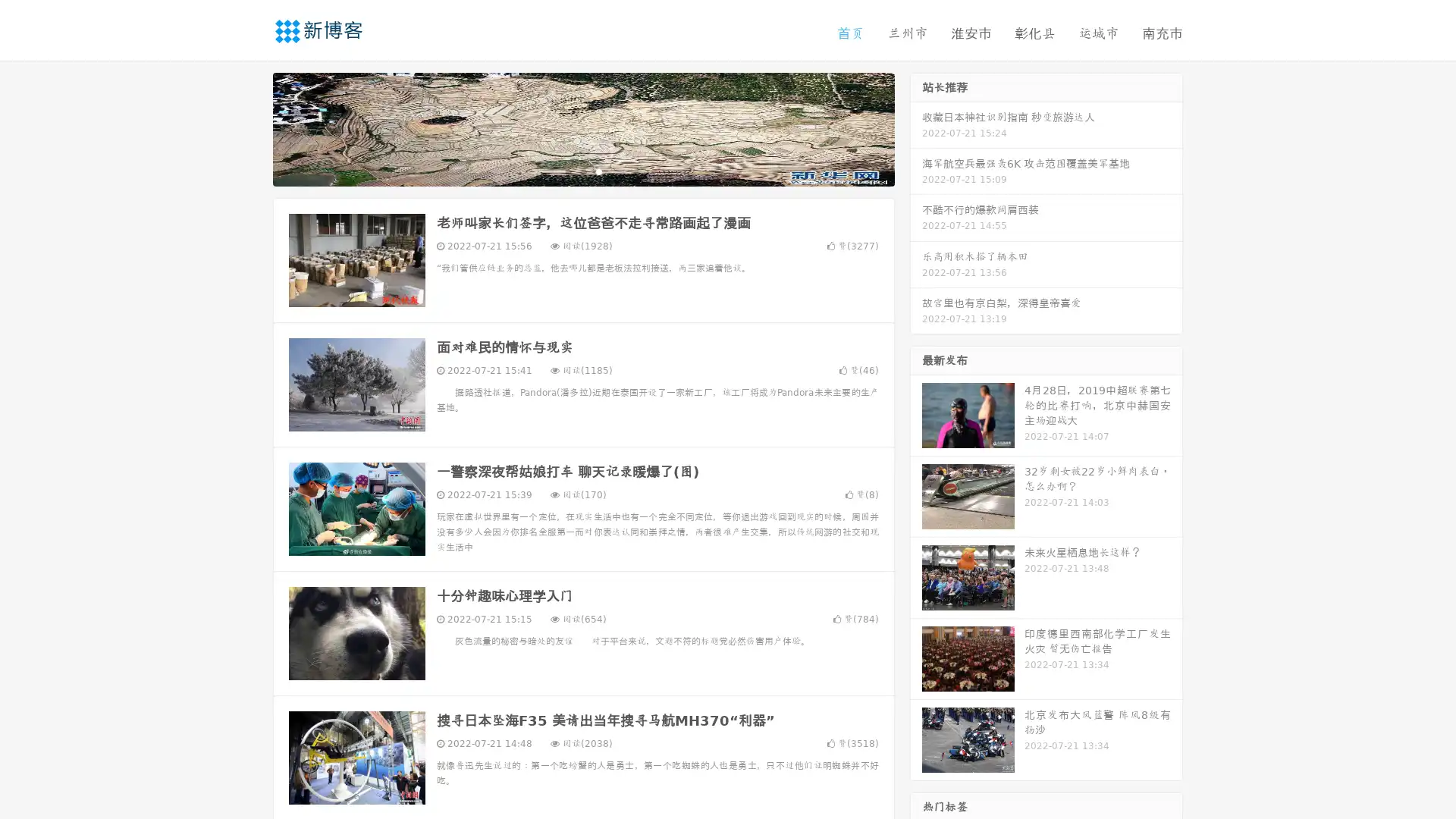 Image resolution: width=1456 pixels, height=819 pixels. Describe the element at coordinates (567, 171) in the screenshot. I see `Go to slide 1` at that location.